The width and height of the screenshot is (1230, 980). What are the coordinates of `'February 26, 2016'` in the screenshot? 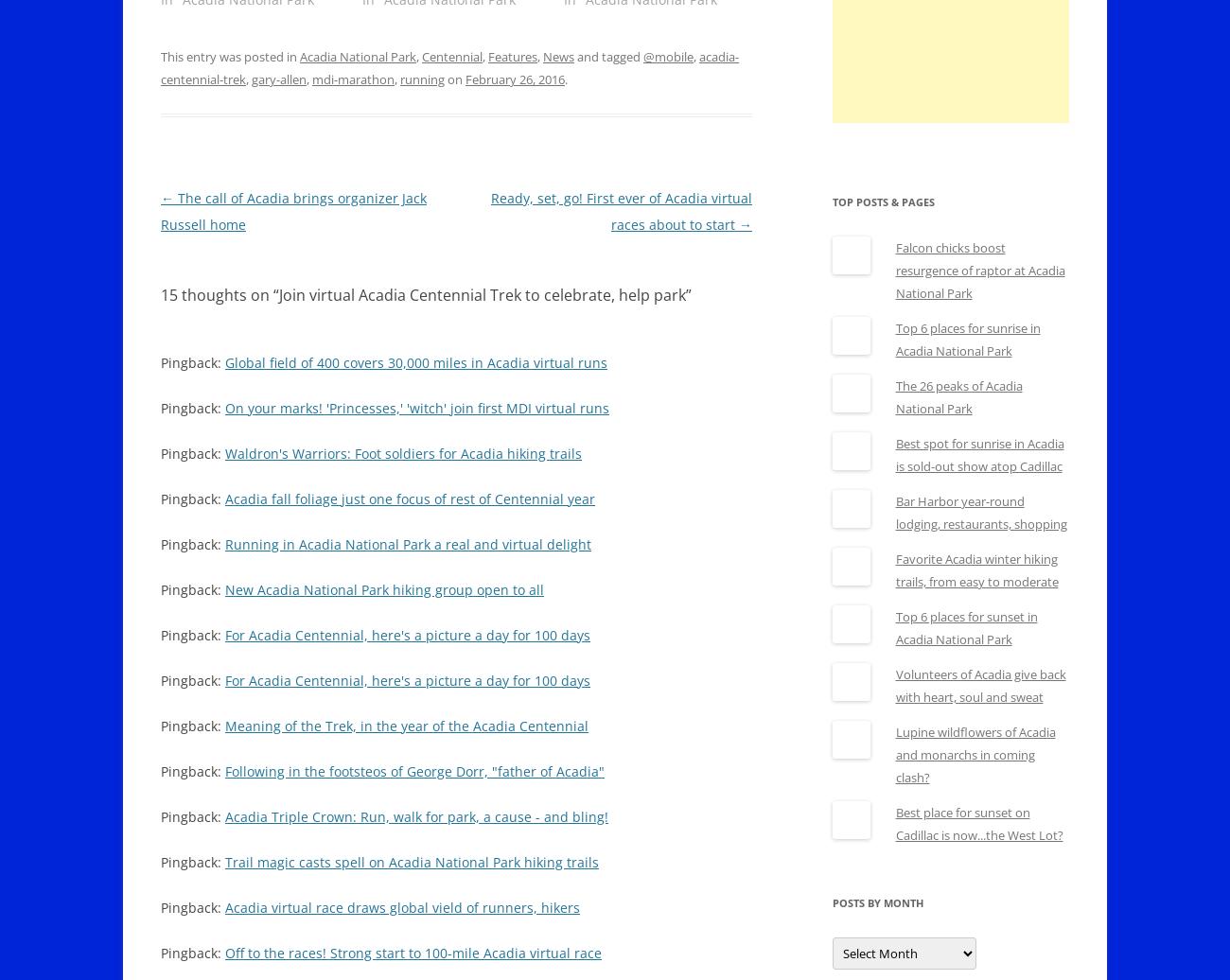 It's located at (514, 79).